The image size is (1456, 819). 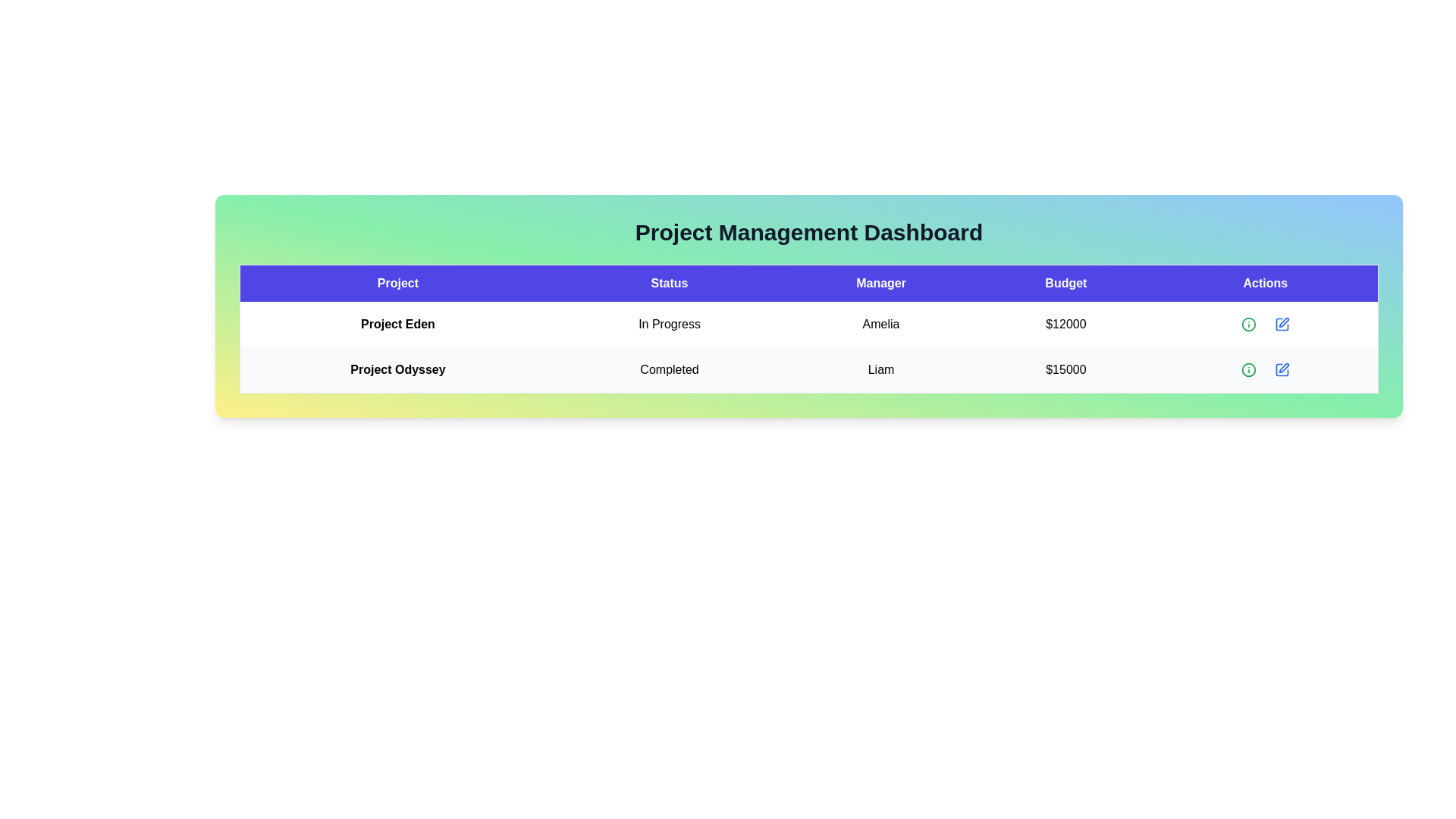 I want to click on the informational icon with a green outline and 'i' text in the 'Actions' column for 'Project Eden', so click(x=1248, y=324).